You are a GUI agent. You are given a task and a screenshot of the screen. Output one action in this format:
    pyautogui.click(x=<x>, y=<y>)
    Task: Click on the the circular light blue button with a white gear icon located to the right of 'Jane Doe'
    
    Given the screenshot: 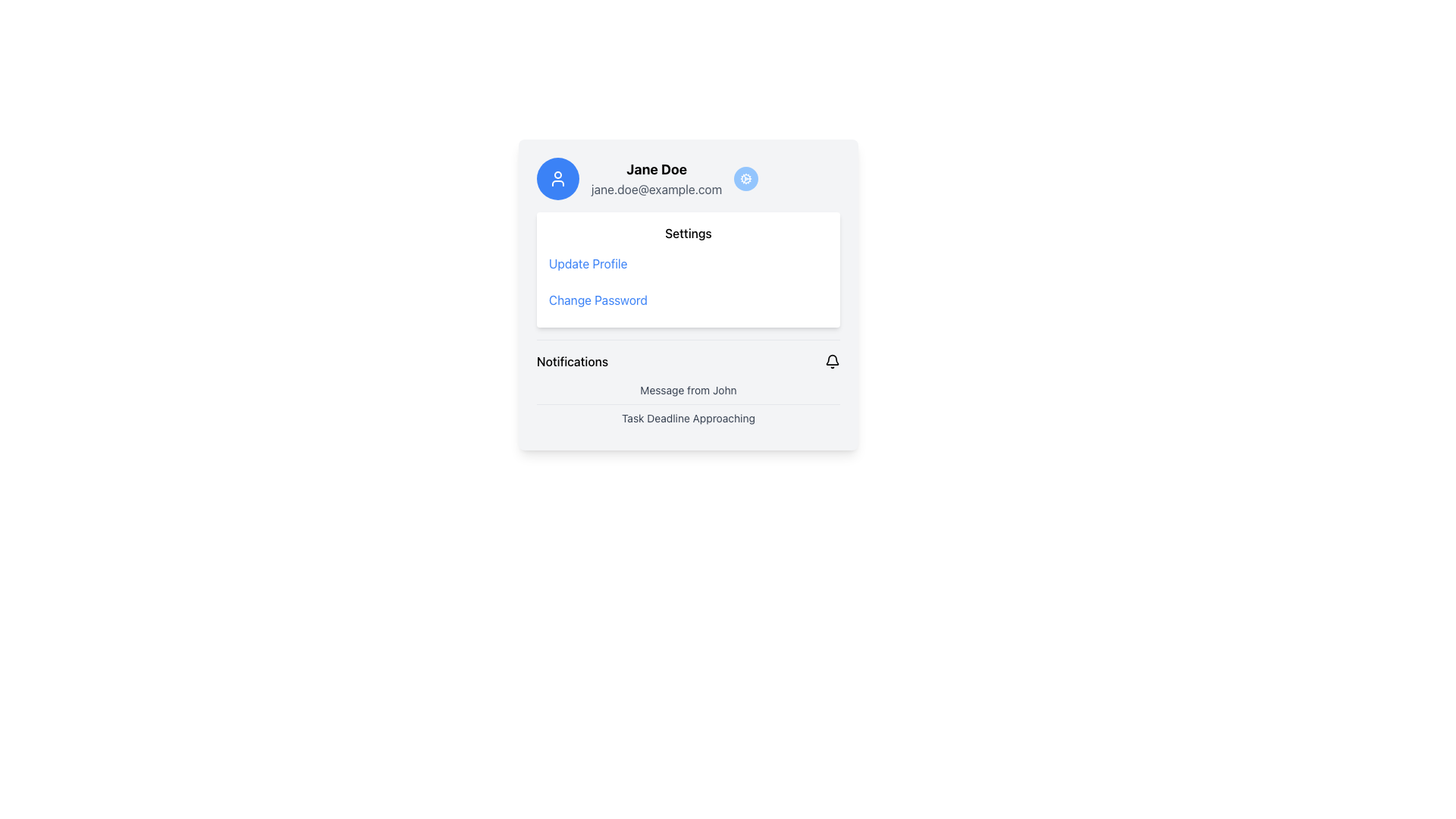 What is the action you would take?
    pyautogui.click(x=745, y=177)
    